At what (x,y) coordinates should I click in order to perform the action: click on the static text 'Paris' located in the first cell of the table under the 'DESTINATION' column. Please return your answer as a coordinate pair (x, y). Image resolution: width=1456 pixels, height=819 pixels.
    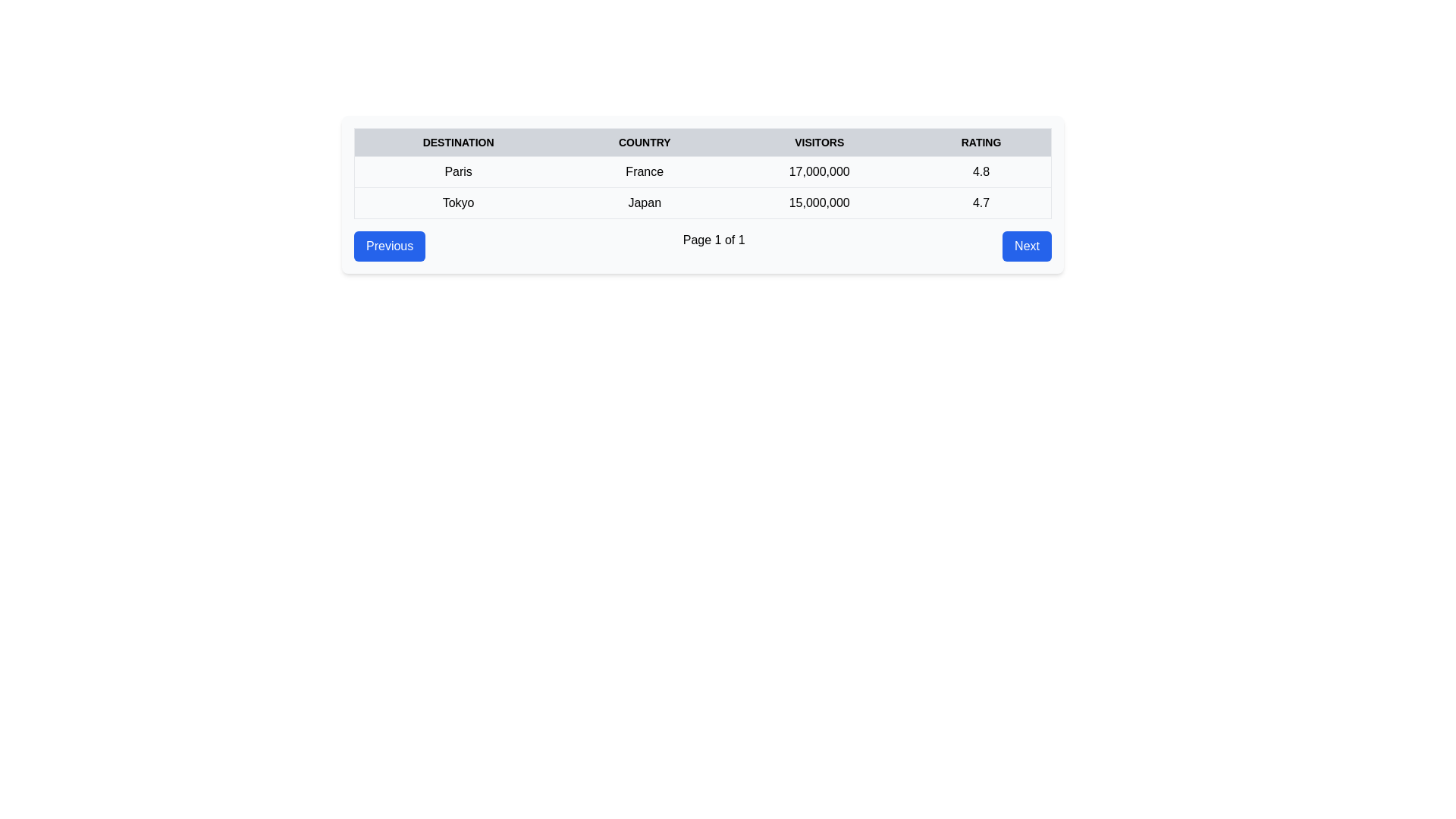
    Looking at the image, I should click on (457, 171).